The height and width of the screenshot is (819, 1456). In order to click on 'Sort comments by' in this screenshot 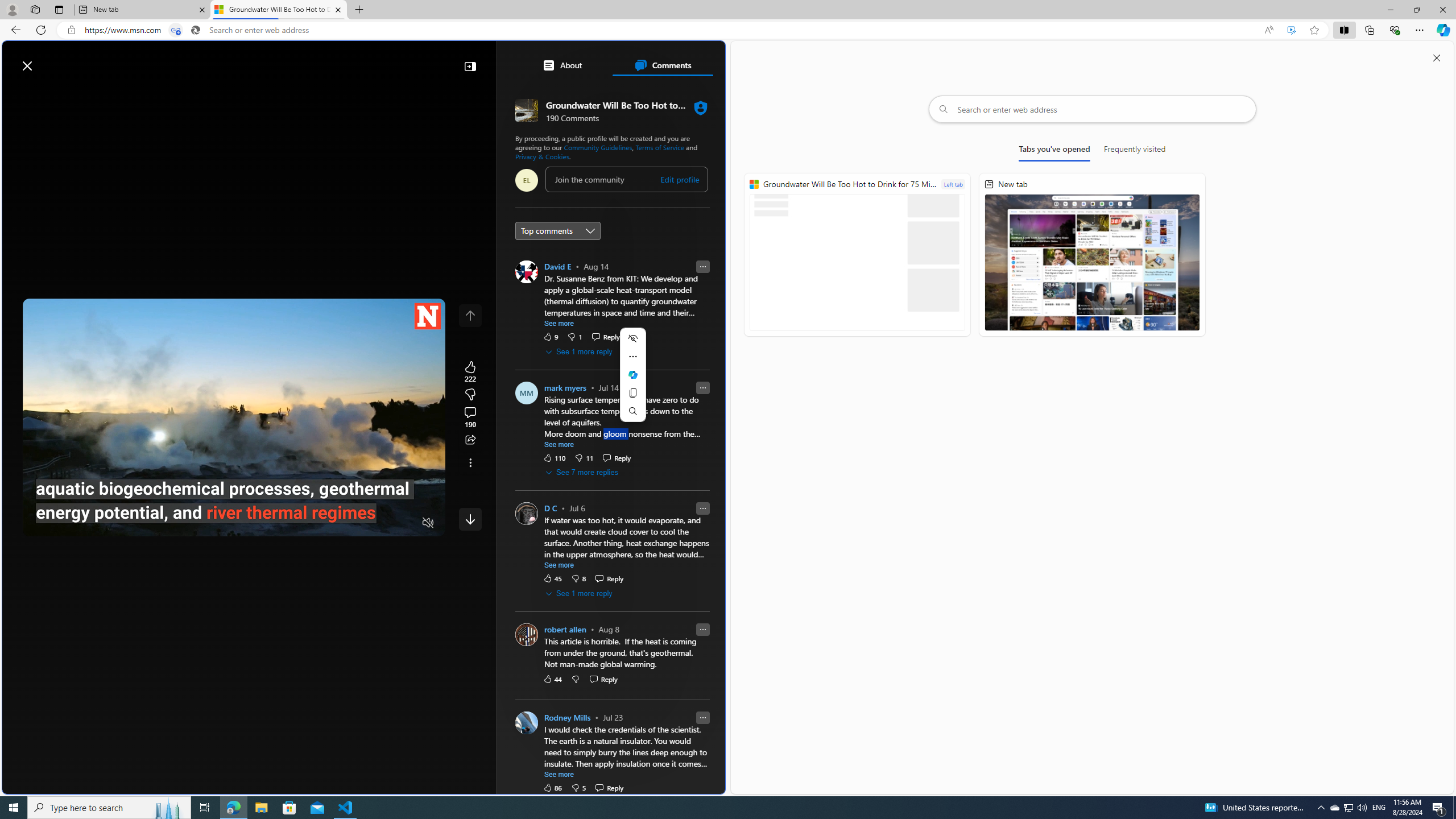, I will do `click(557, 230)`.